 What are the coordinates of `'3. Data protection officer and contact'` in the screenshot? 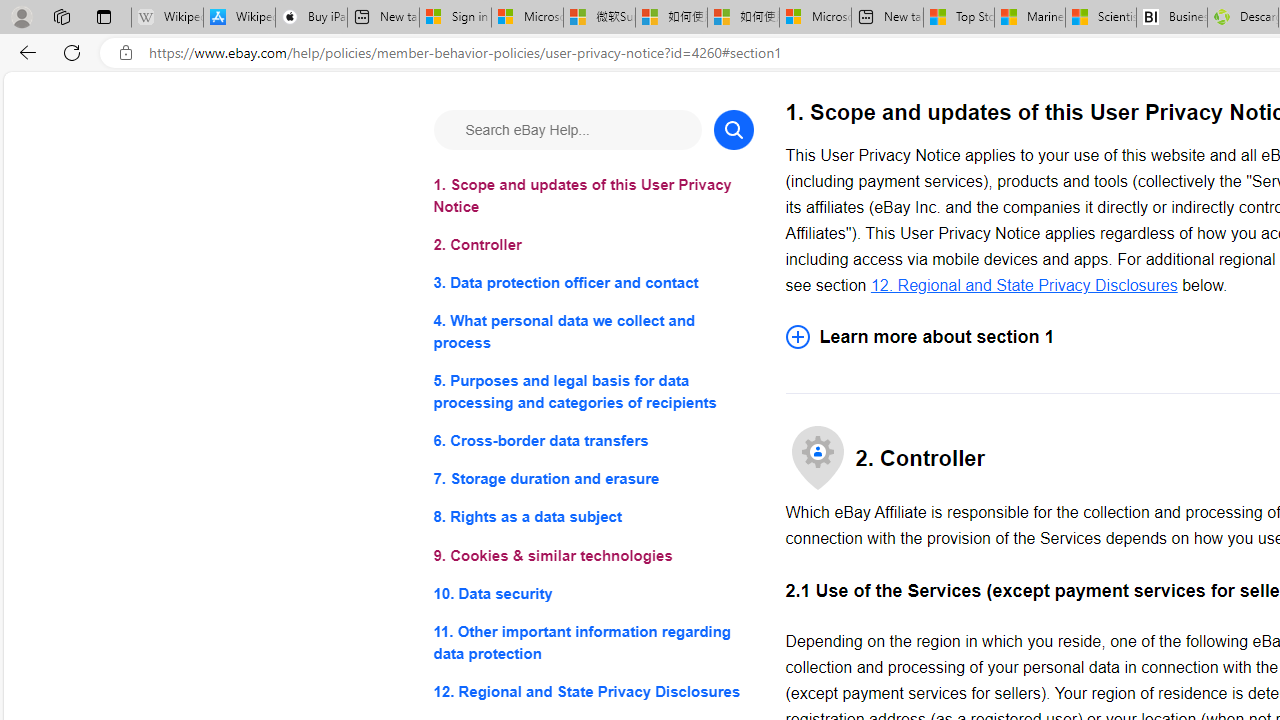 It's located at (592, 283).